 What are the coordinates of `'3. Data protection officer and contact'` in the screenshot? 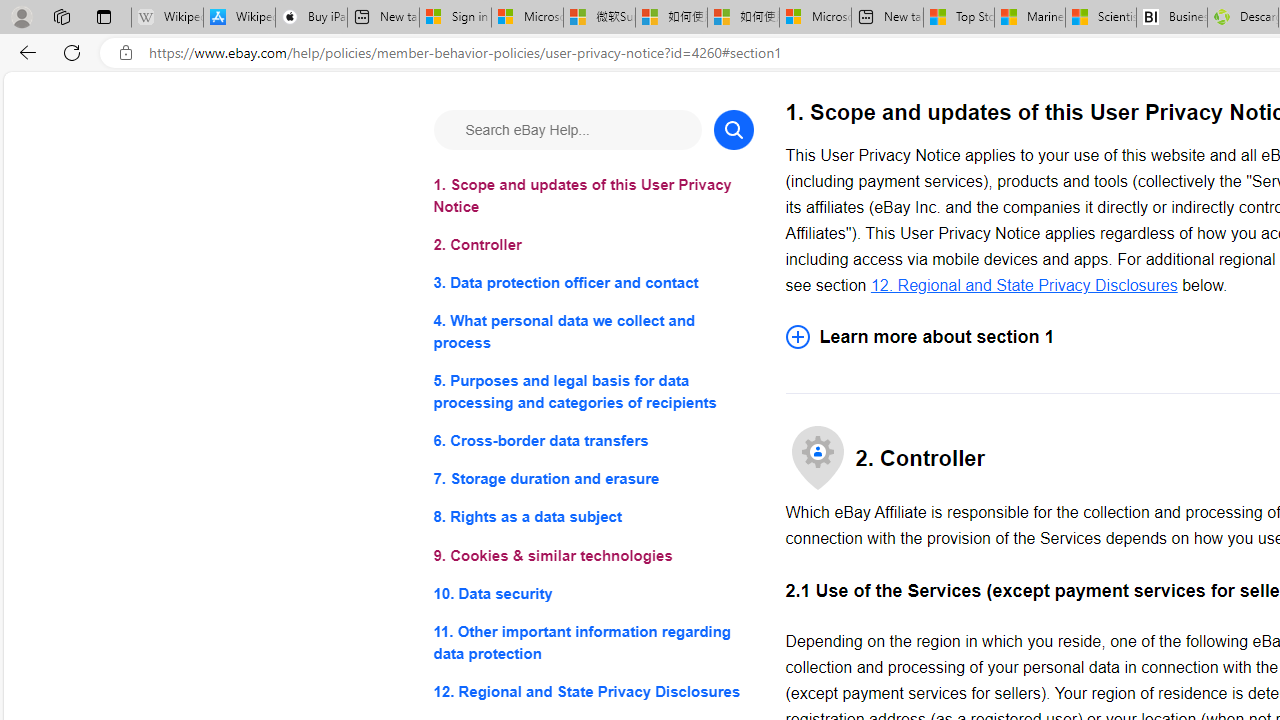 It's located at (592, 283).